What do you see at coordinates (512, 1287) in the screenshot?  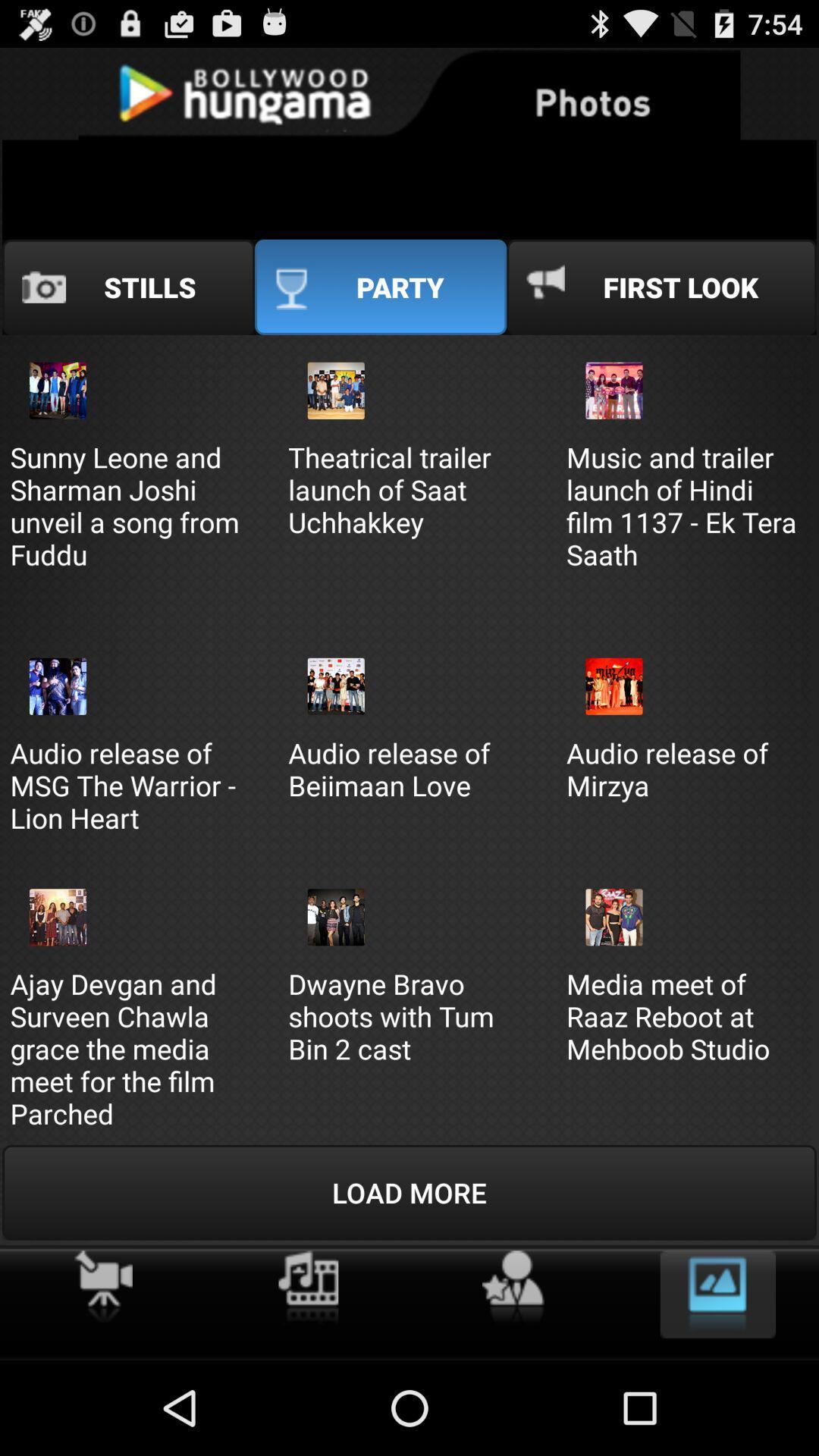 I see `favorities` at bounding box center [512, 1287].